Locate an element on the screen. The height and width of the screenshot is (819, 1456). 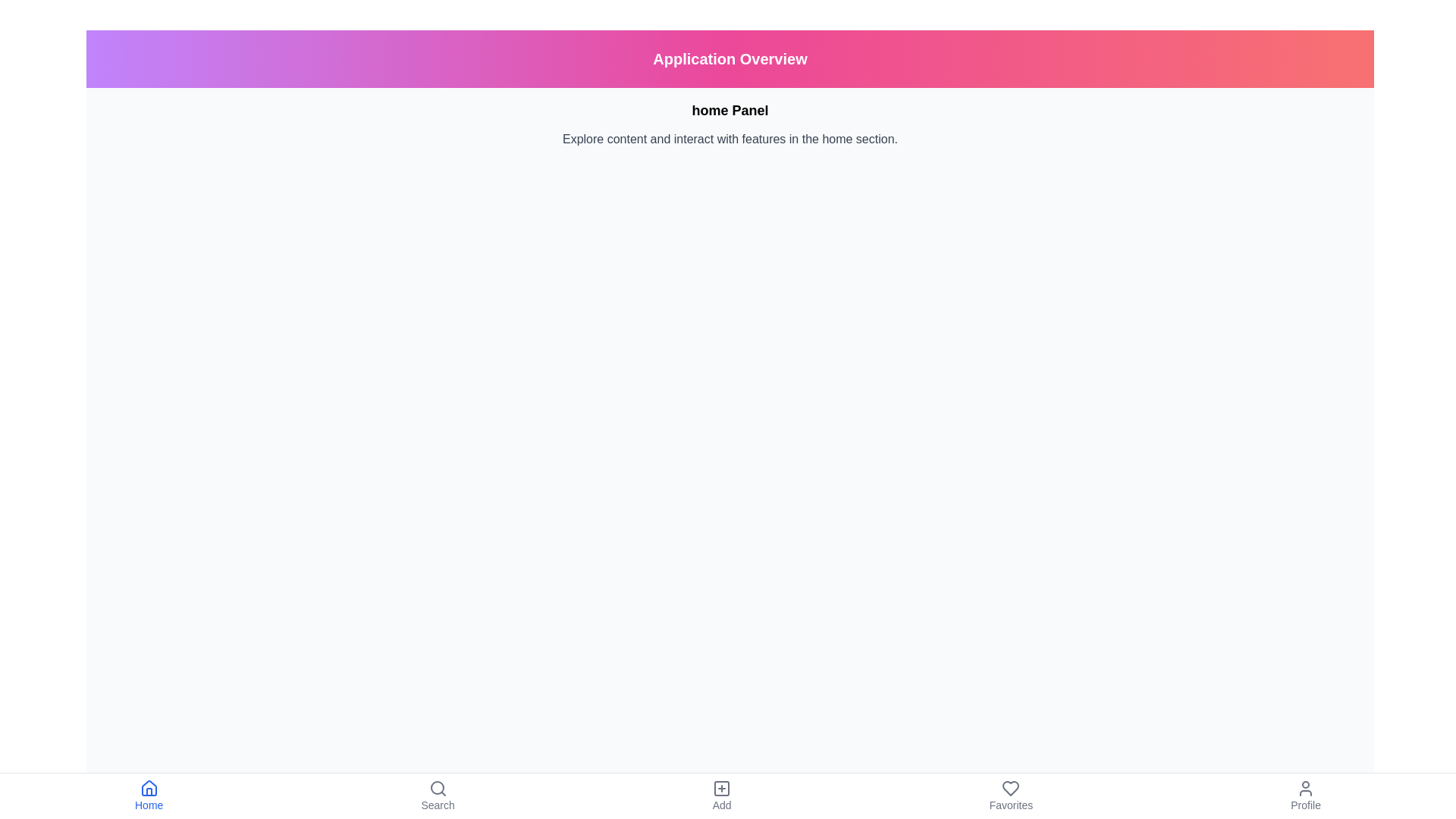
the Home tab to navigate to the respective section is located at coordinates (149, 795).